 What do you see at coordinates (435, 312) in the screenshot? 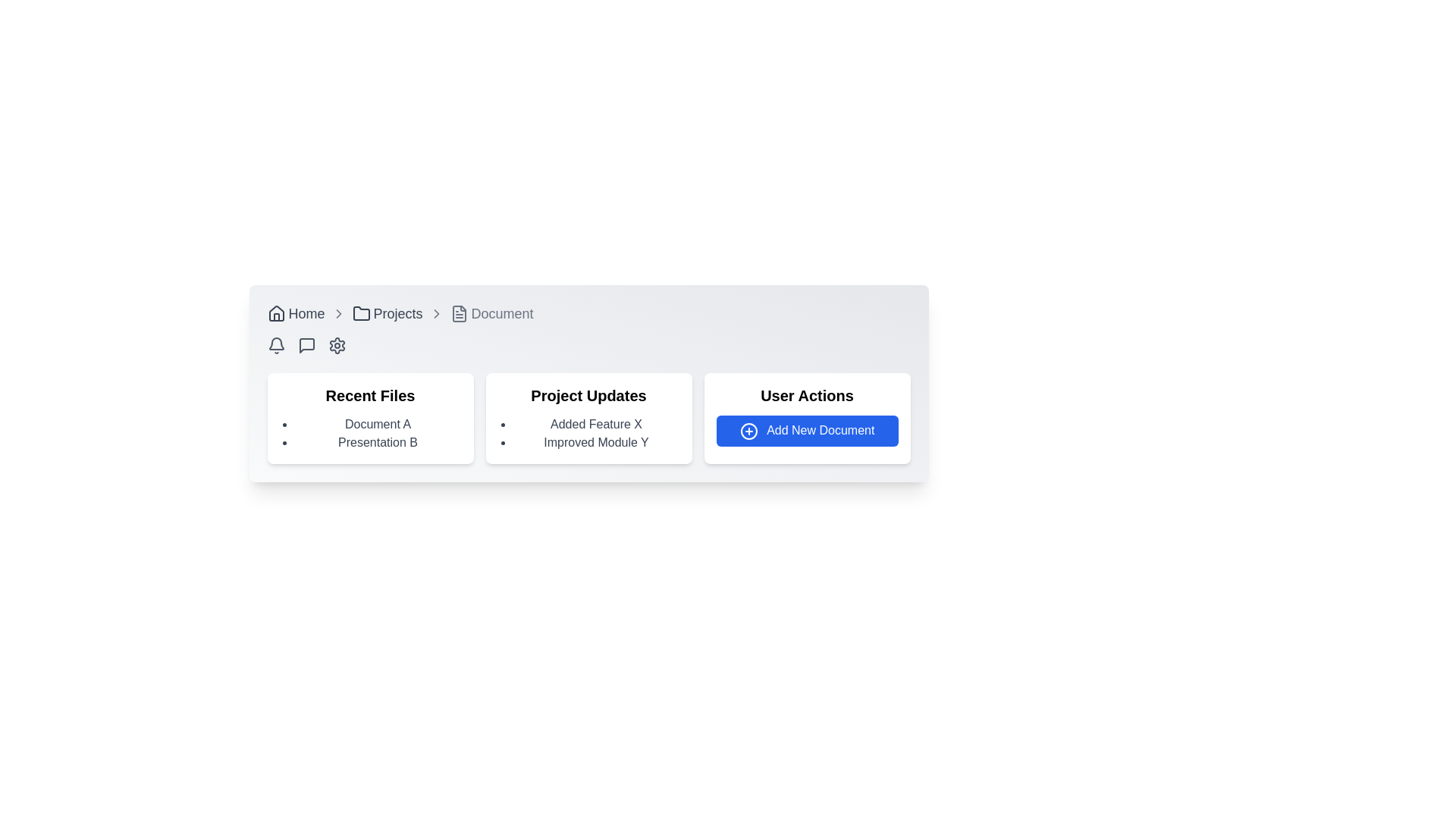
I see `third chevron icon in the breadcrumb navigation bar located to the right of the 'Projects' link and to the left of the 'Document' link for its properties` at bounding box center [435, 312].